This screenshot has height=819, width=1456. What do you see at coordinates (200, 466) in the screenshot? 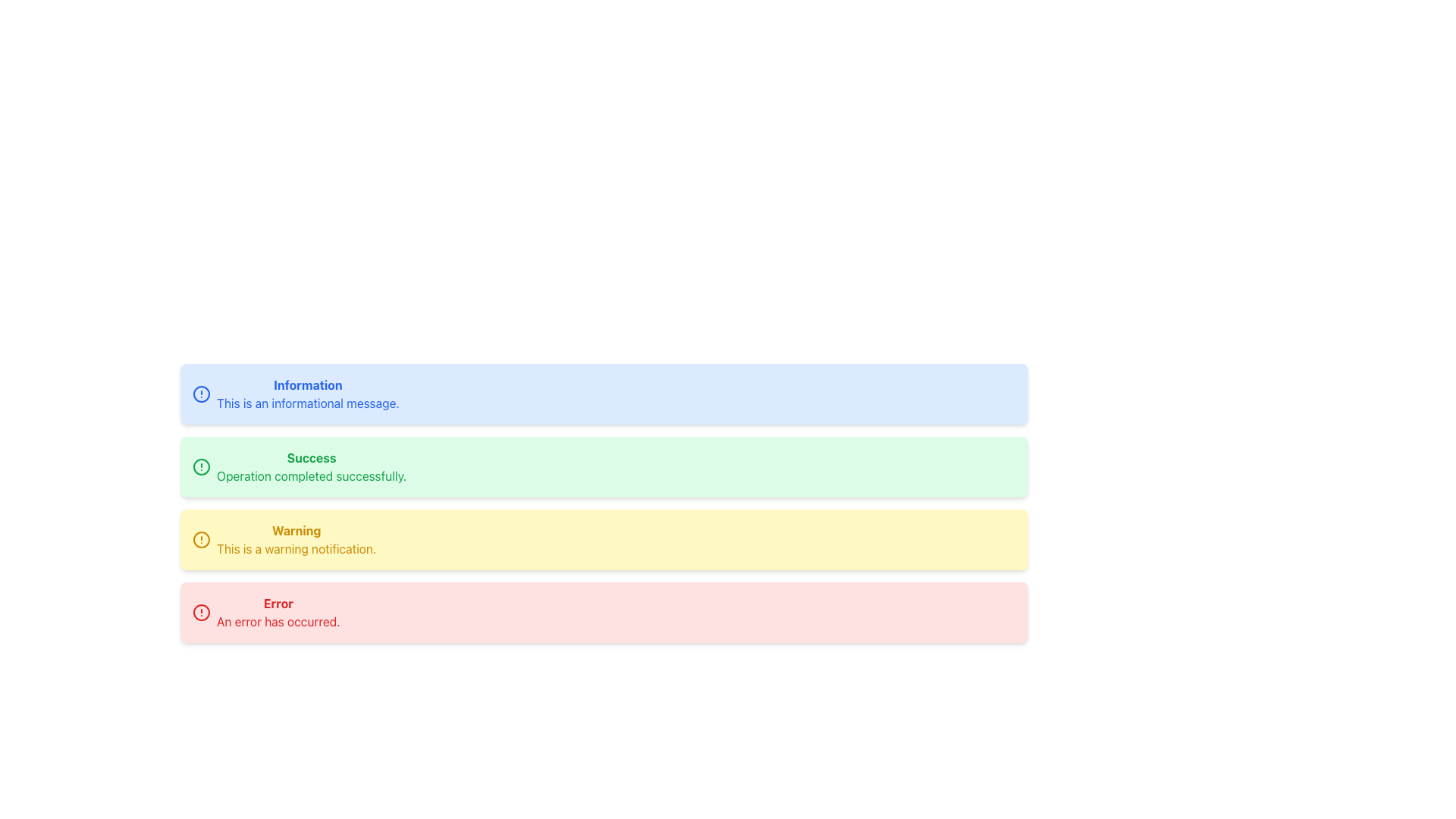
I see `the Circle Graphics Component that symbolizes success, located to the left of 'Success' in the second notification of the vertical list` at bounding box center [200, 466].